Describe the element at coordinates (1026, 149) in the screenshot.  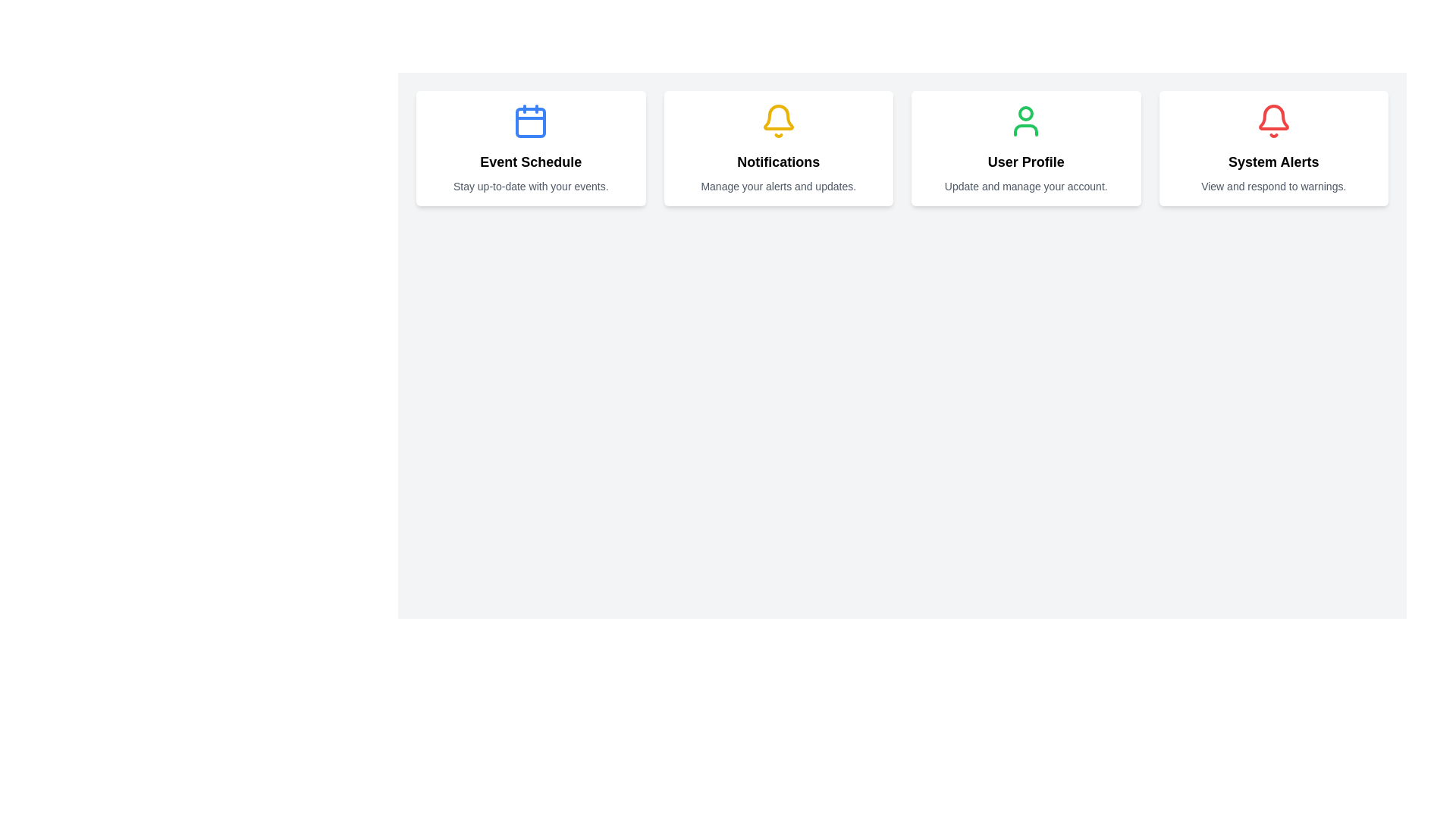
I see `the Informational Card which features a white background, rounded corners, and contains a green user avatar icon at the top with the text 'User Profile' and a description 'Update and manage your account.'` at that location.